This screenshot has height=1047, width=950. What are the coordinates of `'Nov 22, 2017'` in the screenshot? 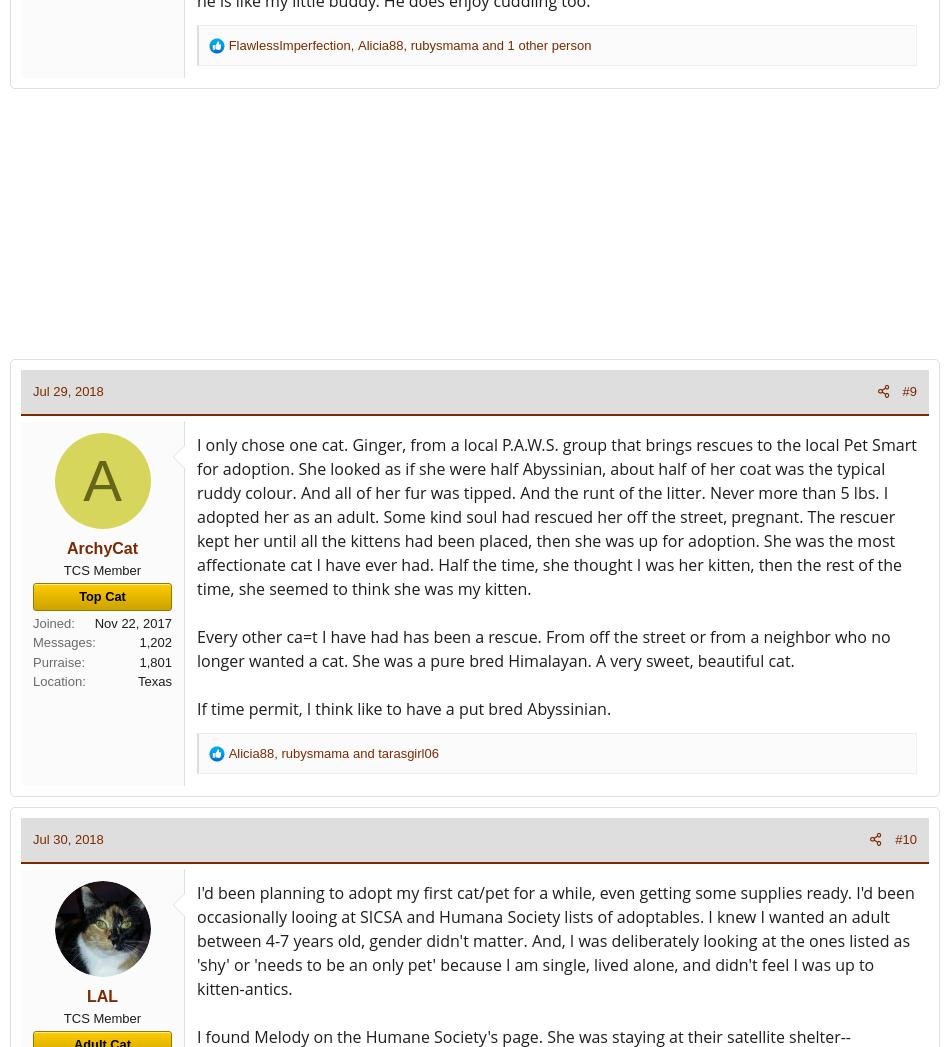 It's located at (133, 622).